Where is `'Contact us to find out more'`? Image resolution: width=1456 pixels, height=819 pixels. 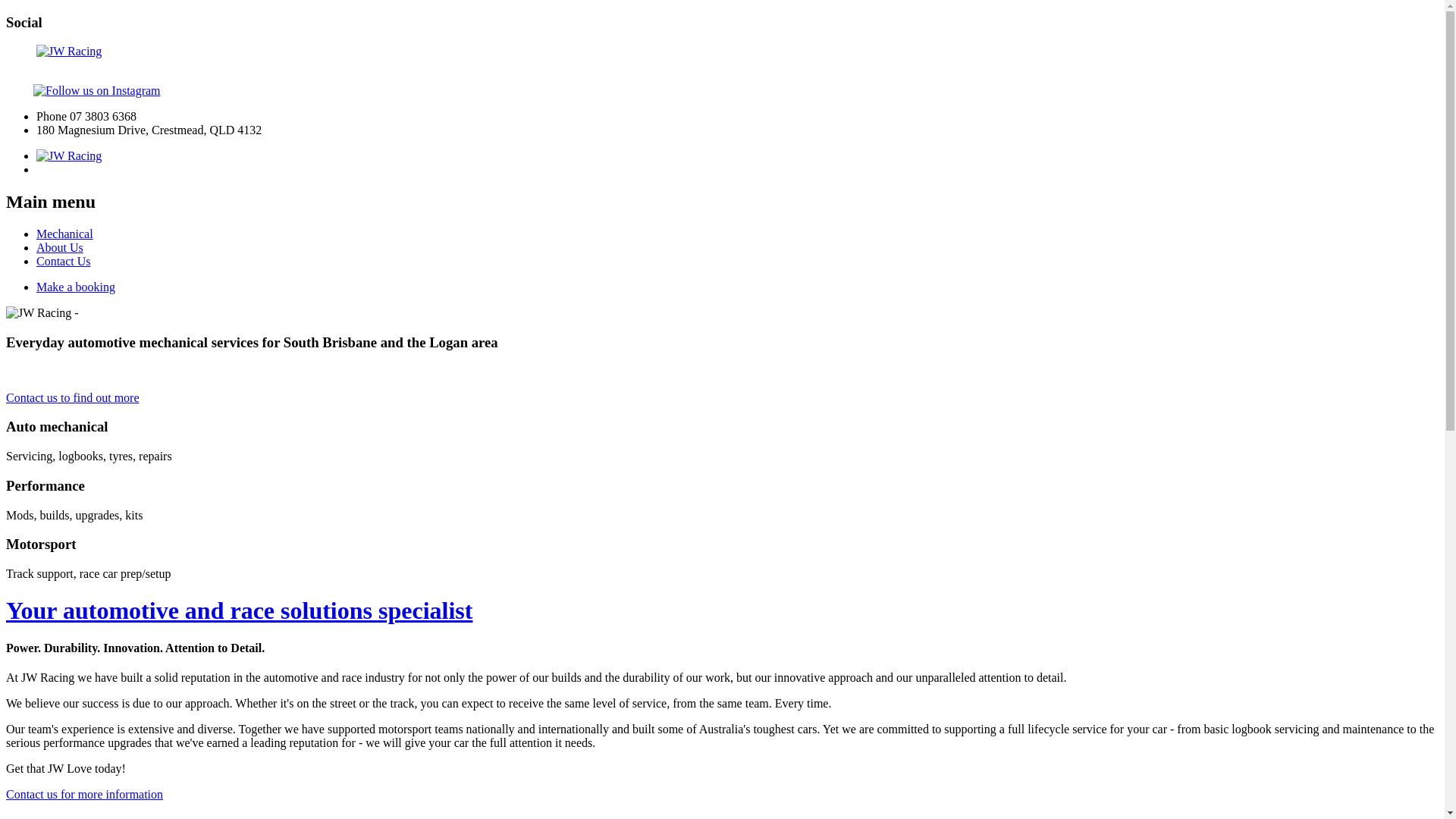
'Contact us to find out more' is located at coordinates (72, 397).